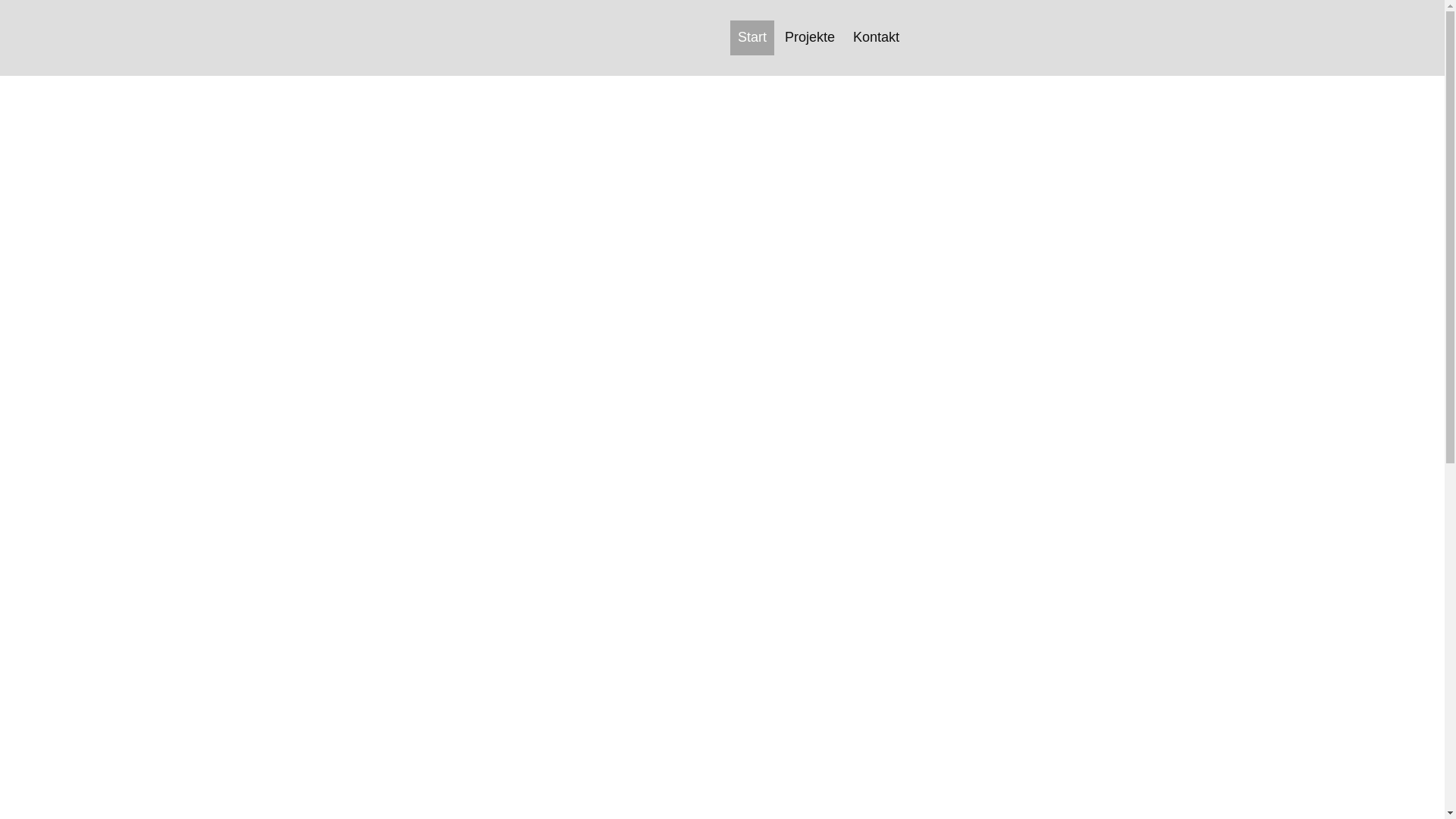  Describe the element at coordinates (876, 36) in the screenshot. I see `'Kontakt'` at that location.